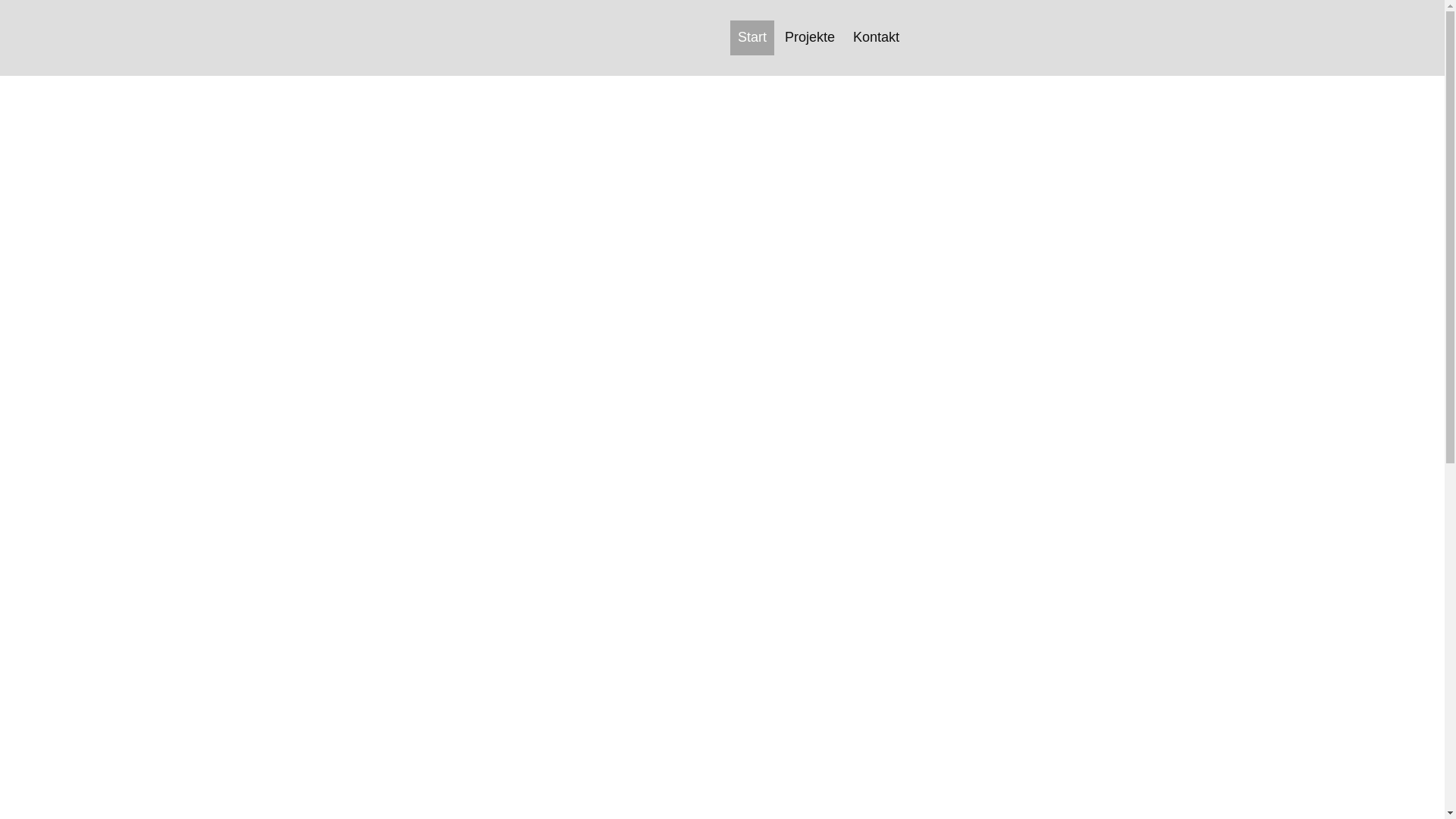  Describe the element at coordinates (876, 36) in the screenshot. I see `'Kontakt'` at that location.